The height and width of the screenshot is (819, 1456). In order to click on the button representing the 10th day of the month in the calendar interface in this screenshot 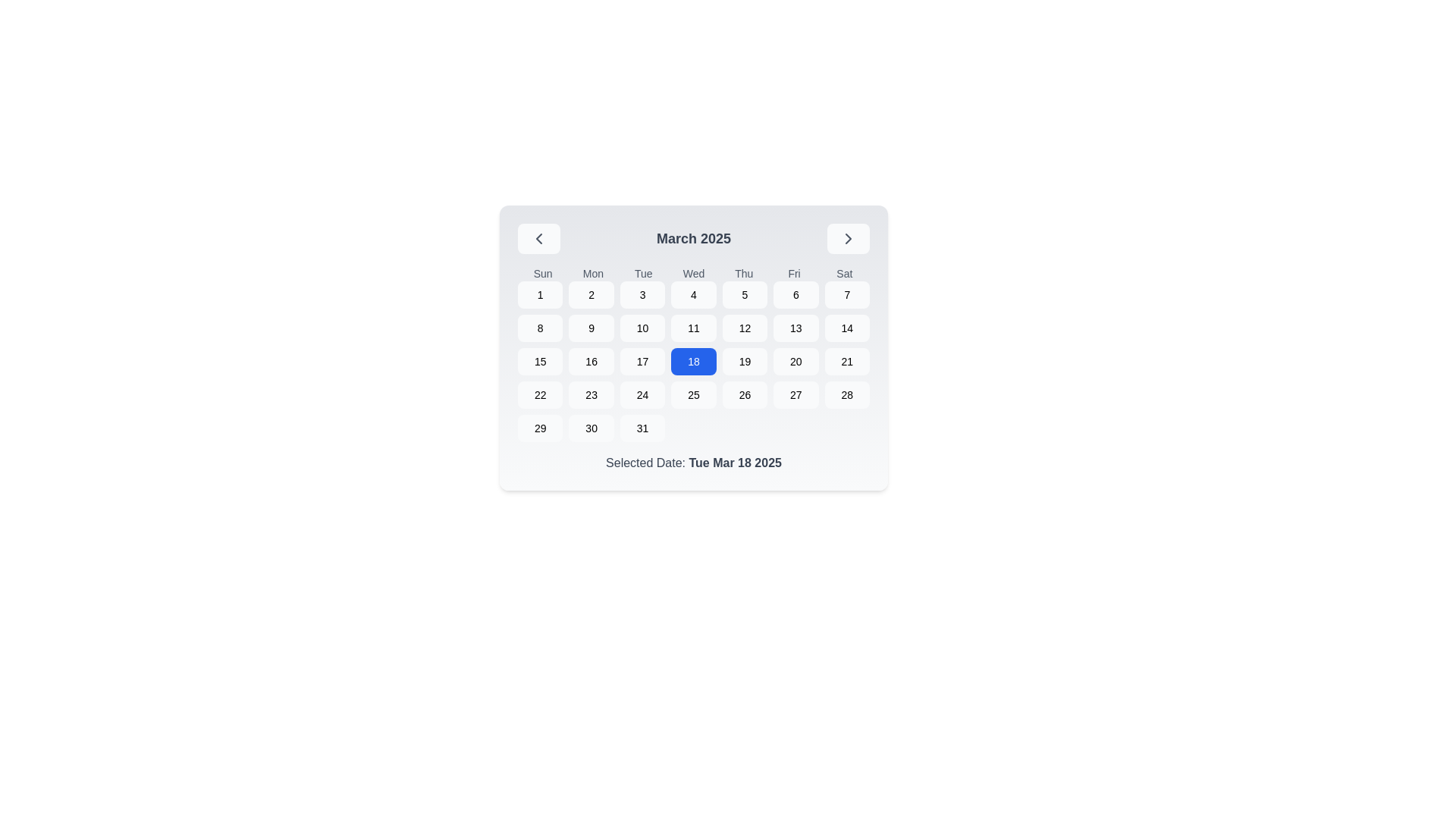, I will do `click(642, 327)`.